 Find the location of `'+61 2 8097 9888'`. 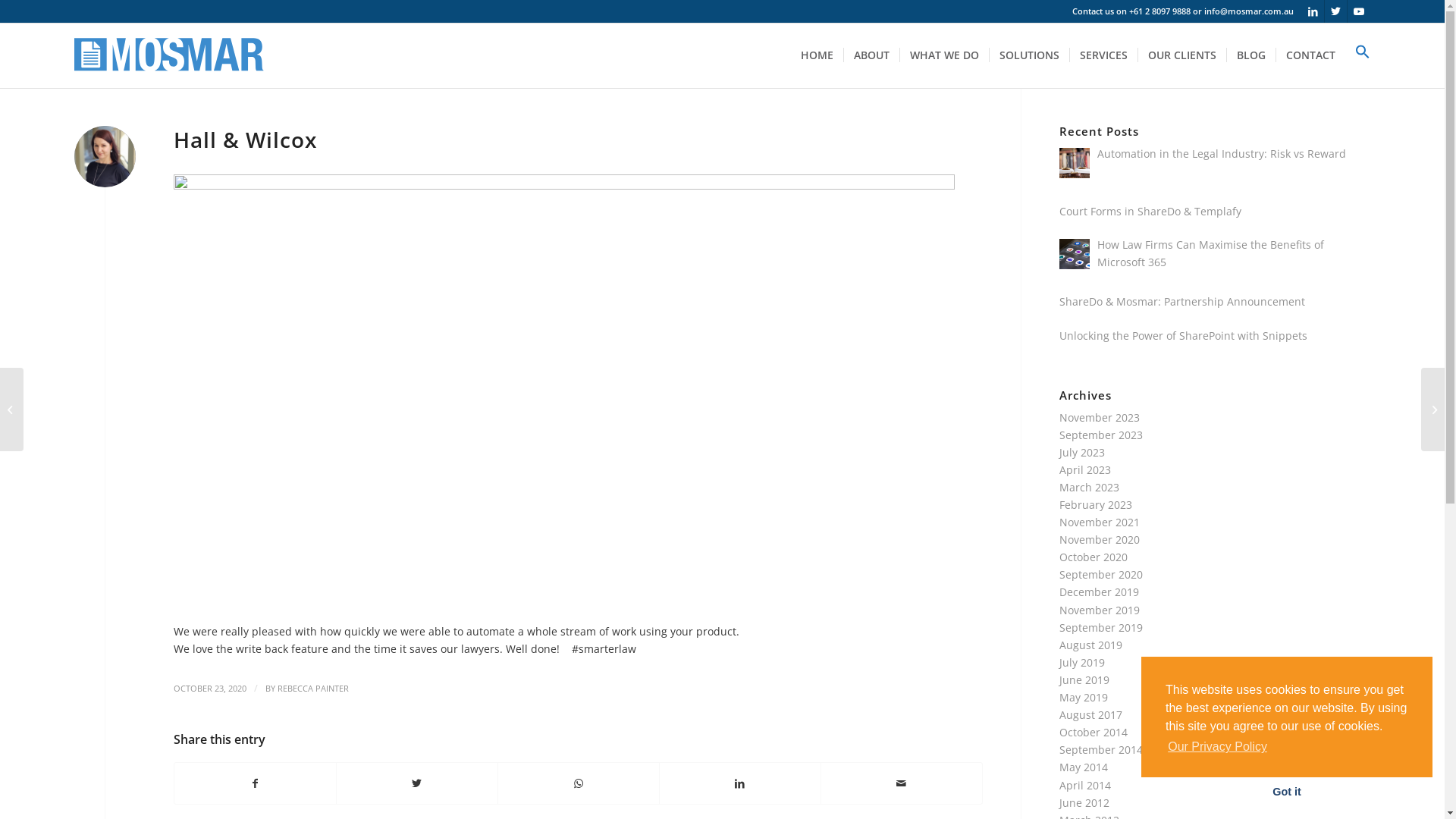

'+61 2 8097 9888' is located at coordinates (1128, 11).